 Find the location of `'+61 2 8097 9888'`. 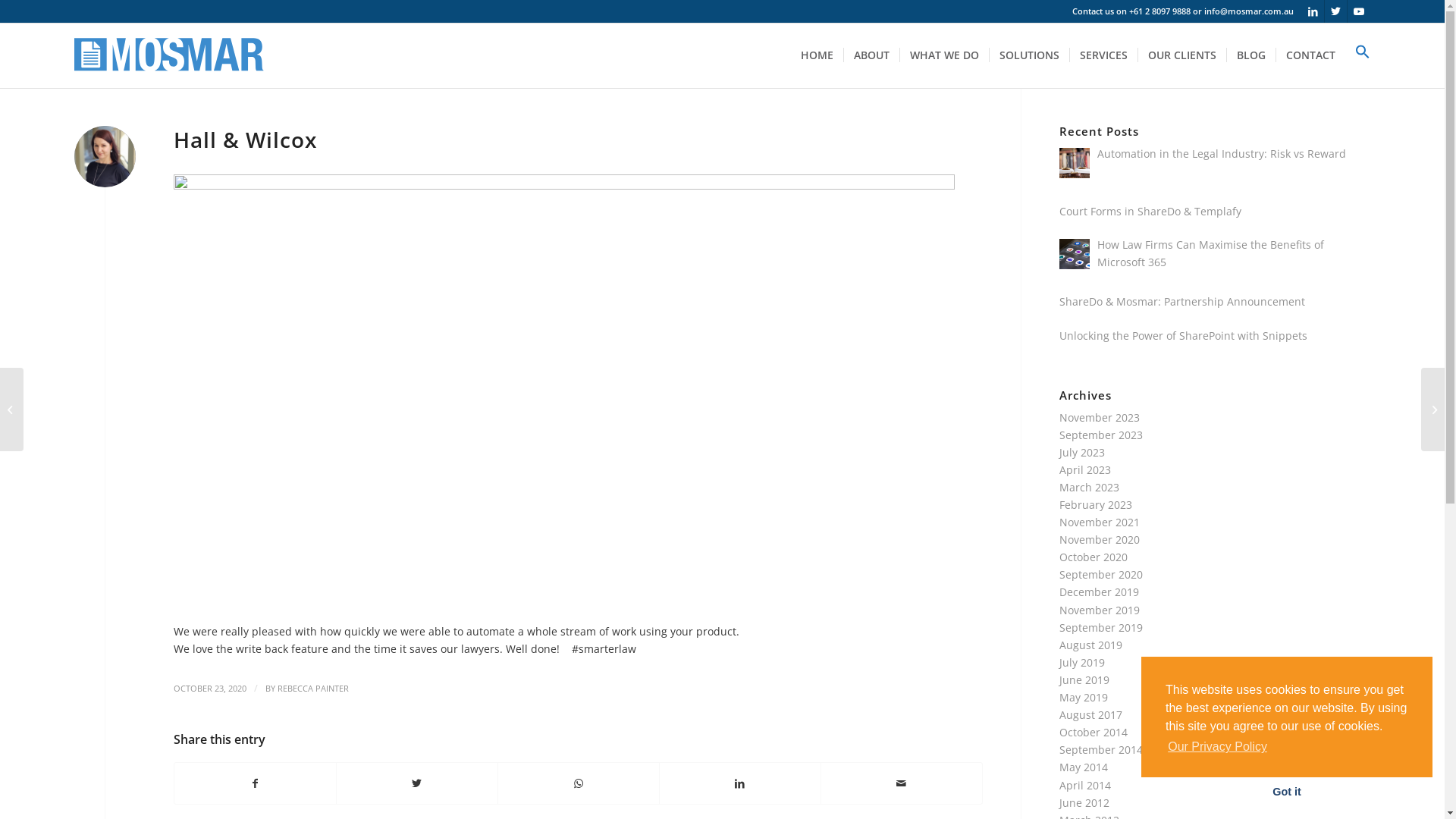

'+61 2 8097 9888' is located at coordinates (1128, 11).